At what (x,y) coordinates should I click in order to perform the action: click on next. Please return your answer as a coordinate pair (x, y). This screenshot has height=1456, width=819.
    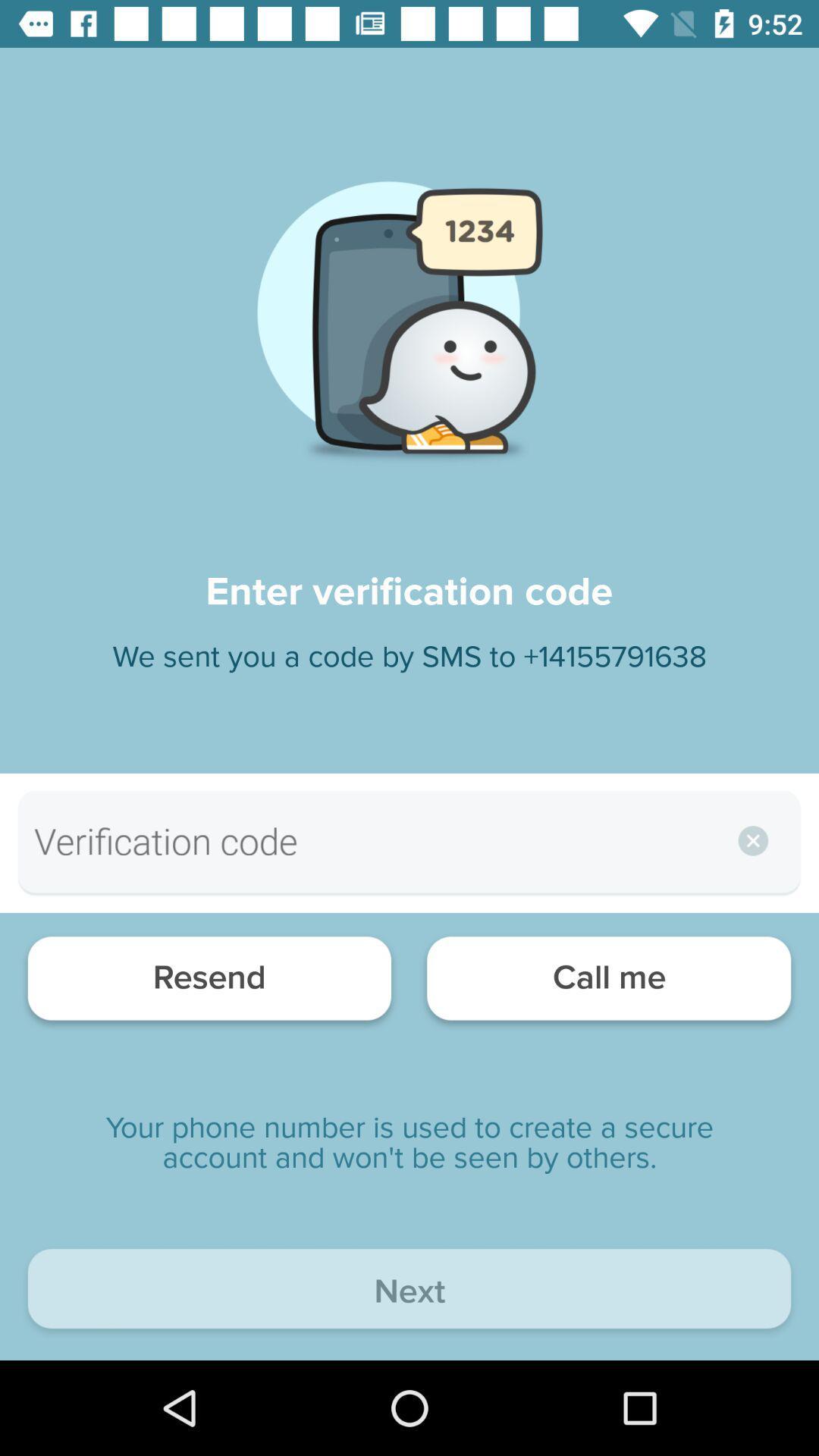
    Looking at the image, I should click on (409, 1291).